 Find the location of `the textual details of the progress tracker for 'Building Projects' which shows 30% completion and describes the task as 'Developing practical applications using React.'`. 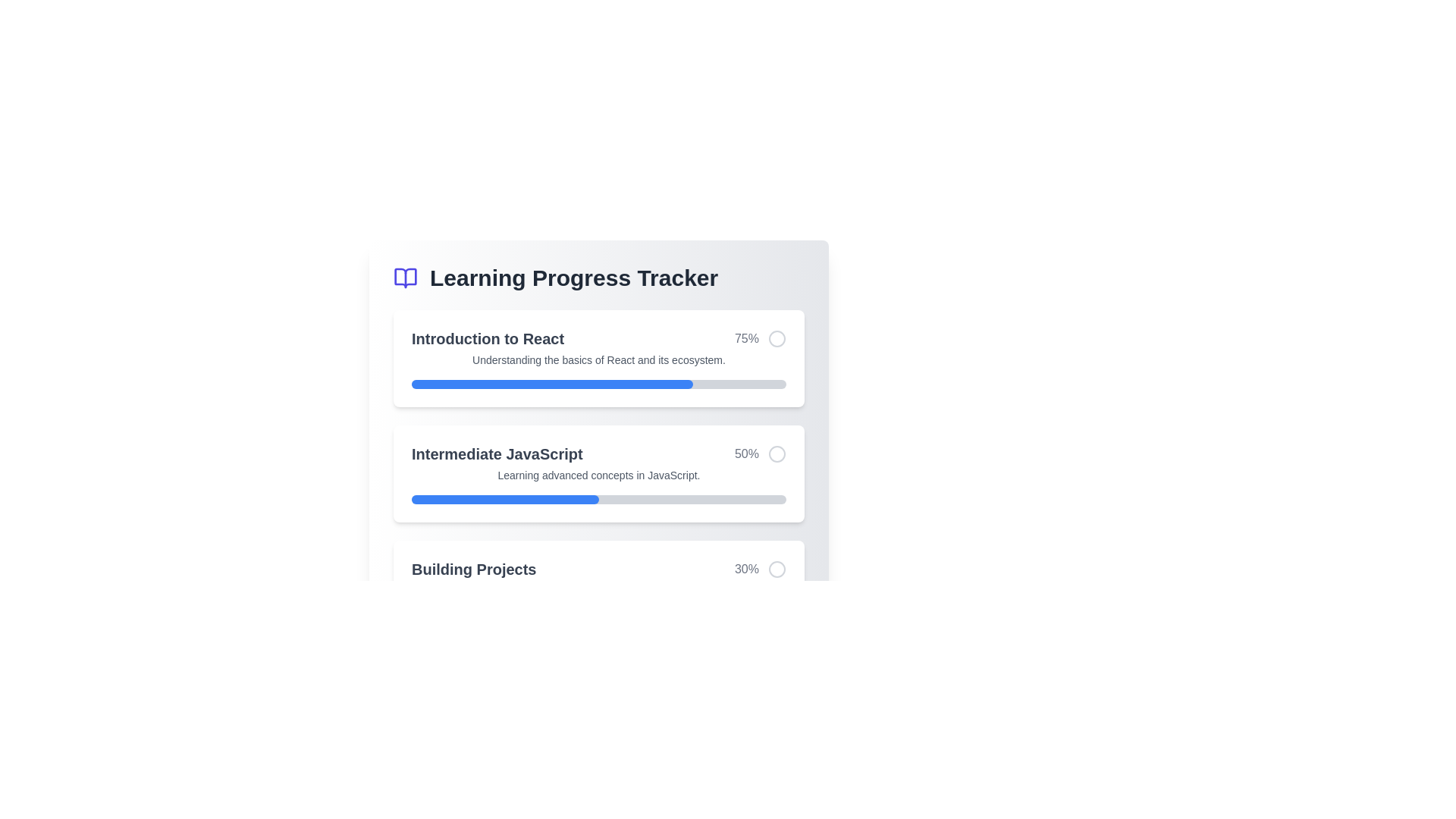

the textual details of the progress tracker for 'Building Projects' which shows 30% completion and describes the task as 'Developing practical applications using React.' is located at coordinates (598, 588).